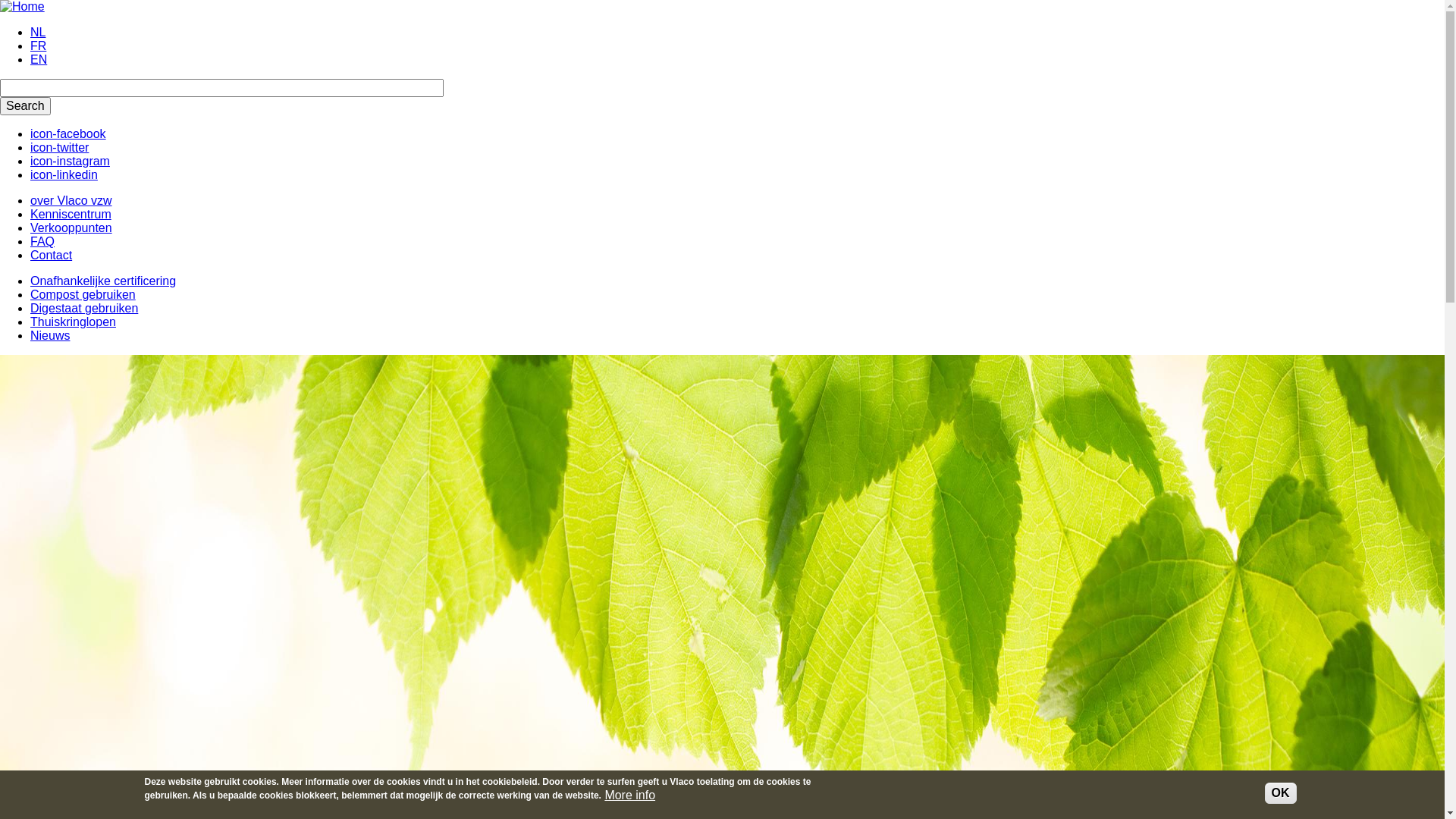  I want to click on 'Overslaan en naar de inhoud gaan', so click(0, 0).